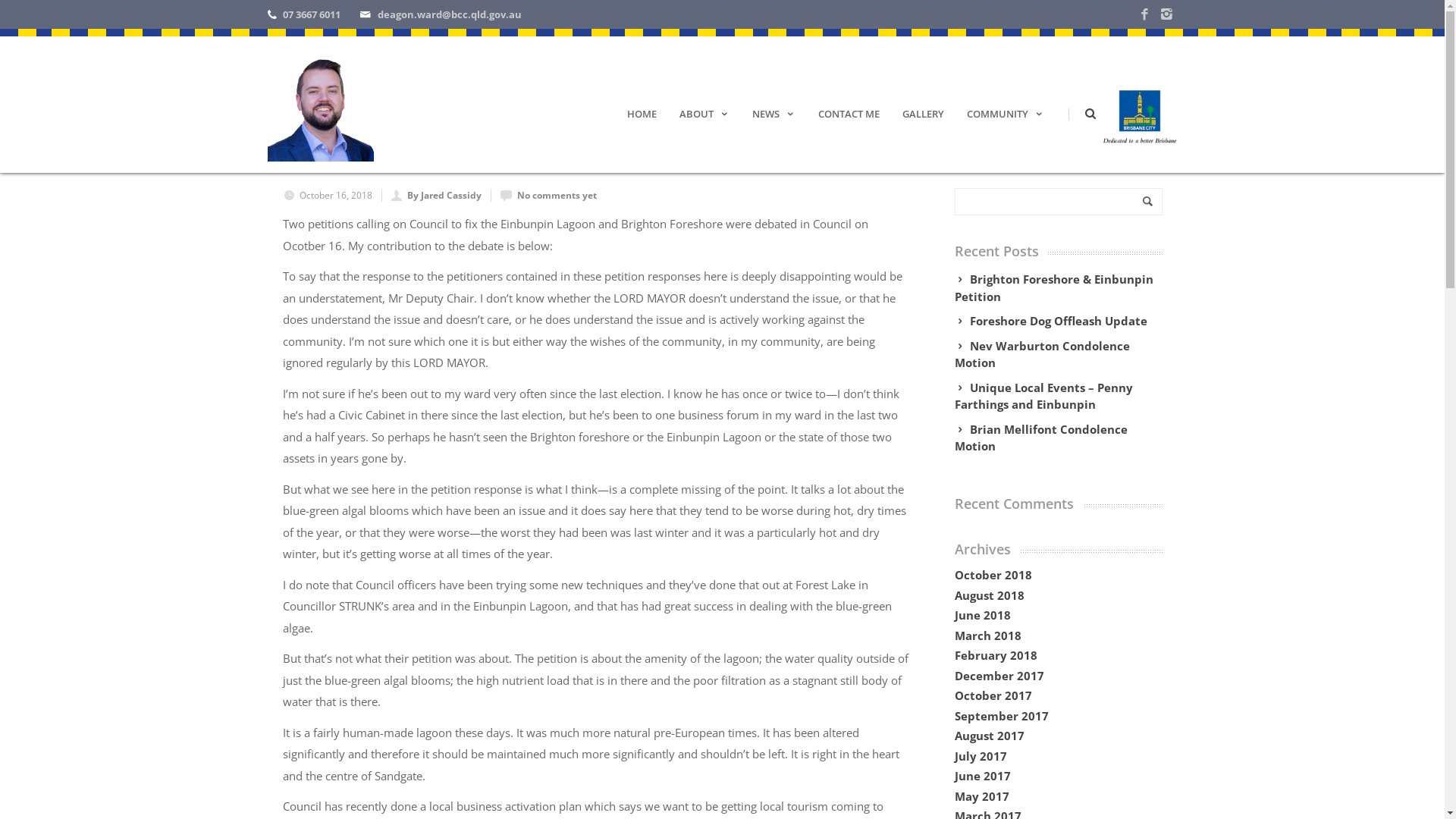  What do you see at coordinates (993, 575) in the screenshot?
I see `'October 2018'` at bounding box center [993, 575].